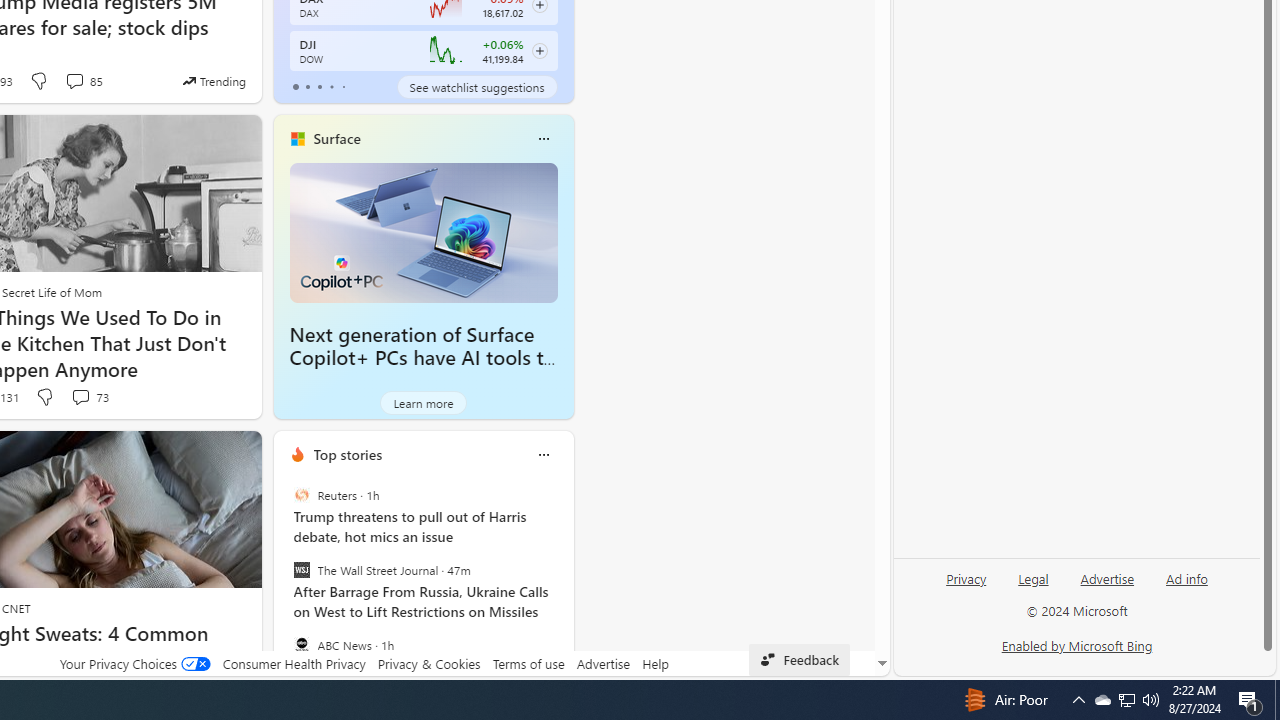 The width and height of the screenshot is (1280, 720). Describe the element at coordinates (80, 397) in the screenshot. I see `'View comments 73 Comment'` at that location.